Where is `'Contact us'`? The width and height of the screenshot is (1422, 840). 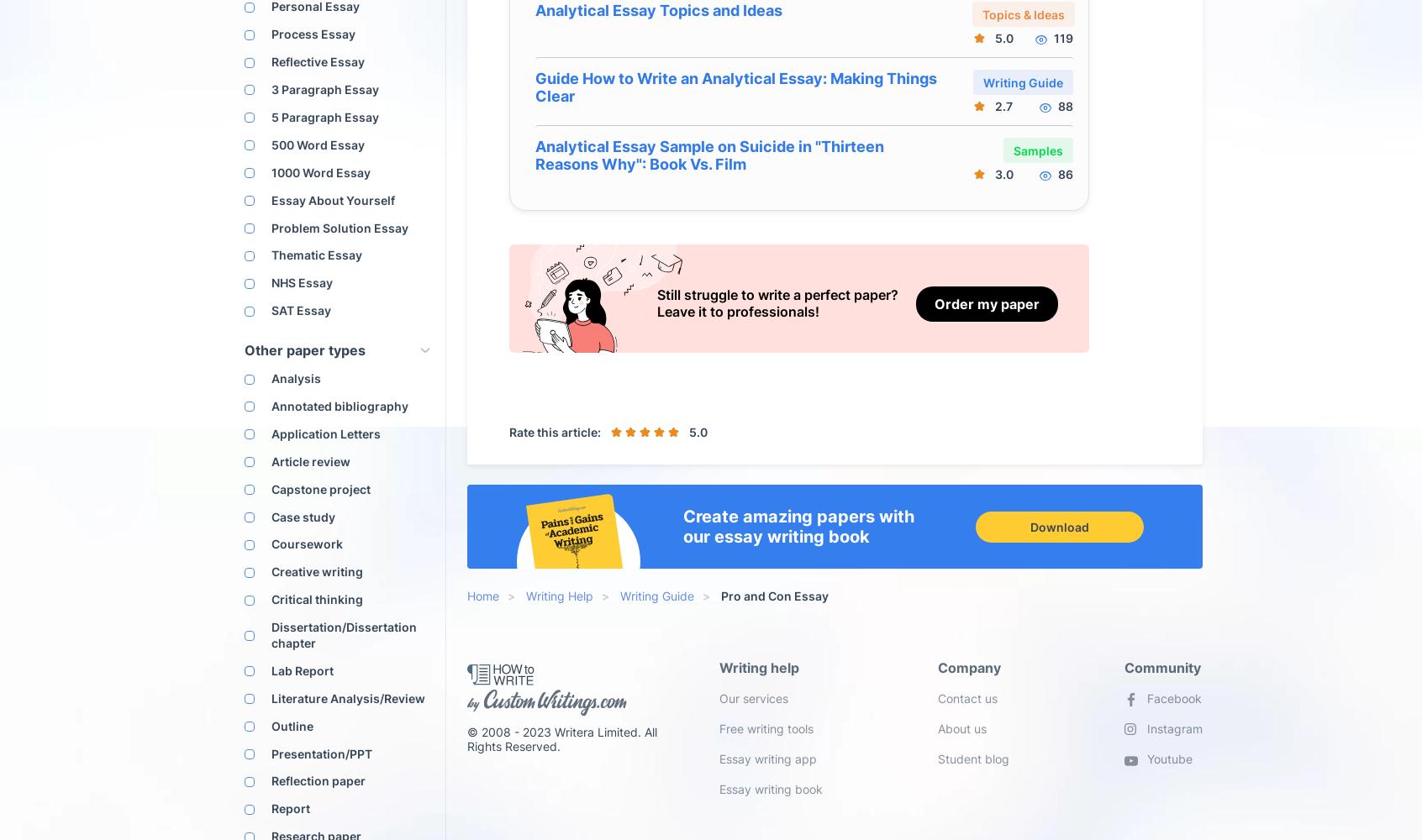 'Contact us' is located at coordinates (966, 697).